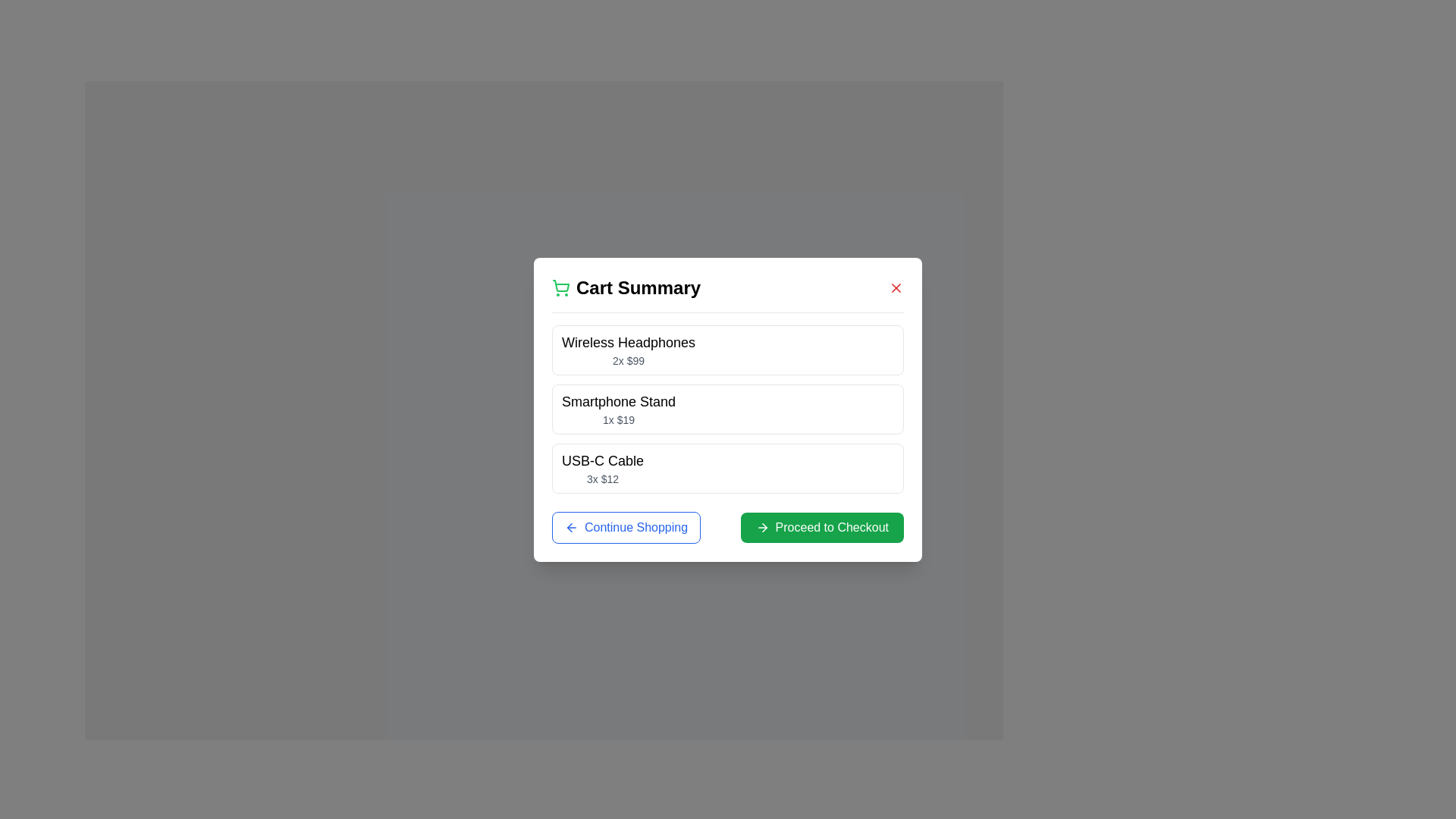 The image size is (1456, 819). What do you see at coordinates (626, 287) in the screenshot?
I see `the 'Cart Summary' text heading with the shopping cart icon, which is a bold, large font element located at the top-left corner of the content area` at bounding box center [626, 287].